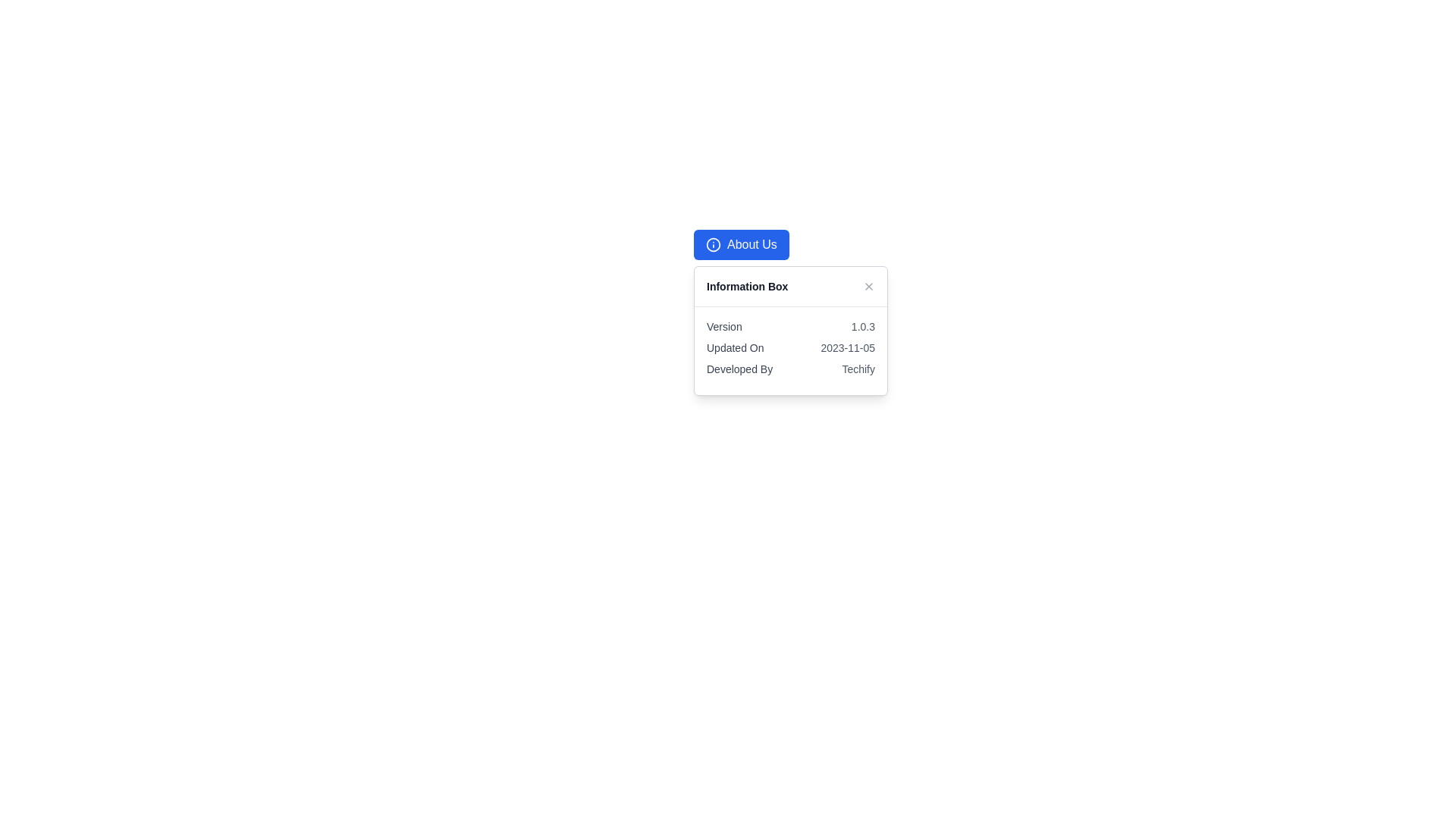  I want to click on the 'About Us' graphic icon located at the top left of the 'About Us' button component, so click(712, 244).